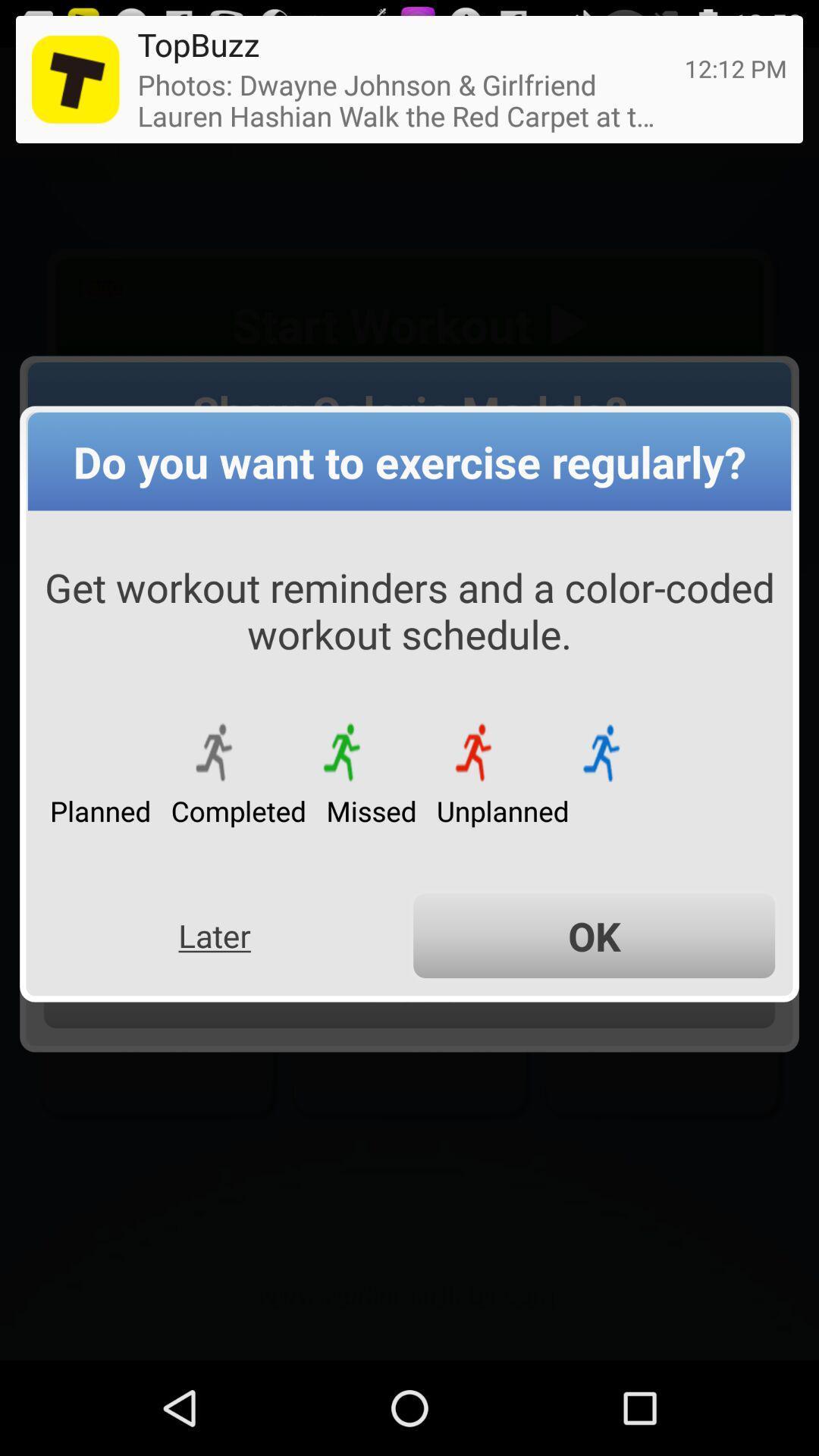 Image resolution: width=819 pixels, height=1456 pixels. What do you see at coordinates (593, 935) in the screenshot?
I see `item next to the later app` at bounding box center [593, 935].